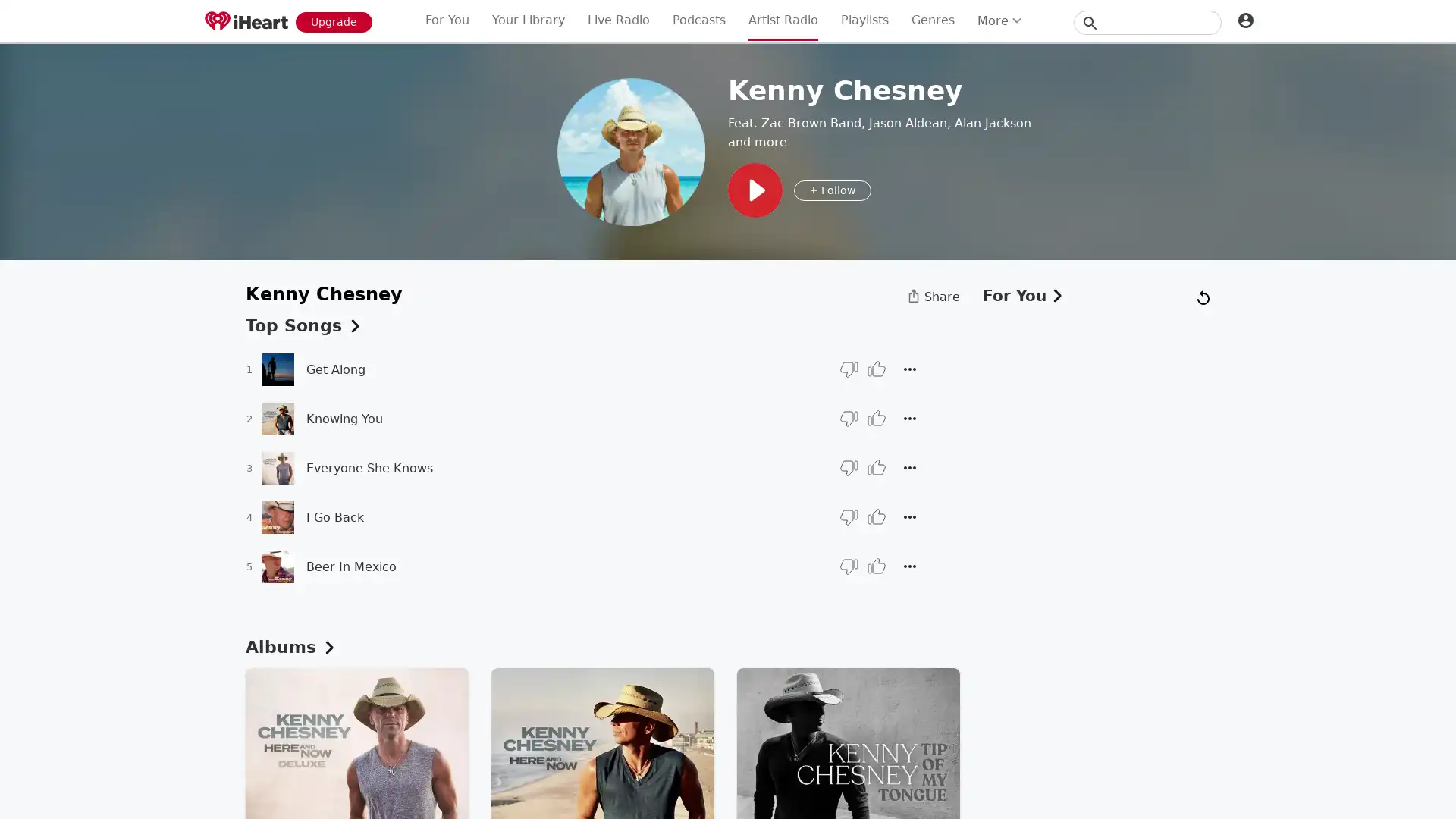 This screenshot has width=1456, height=819. I want to click on Play, so click(277, 418).